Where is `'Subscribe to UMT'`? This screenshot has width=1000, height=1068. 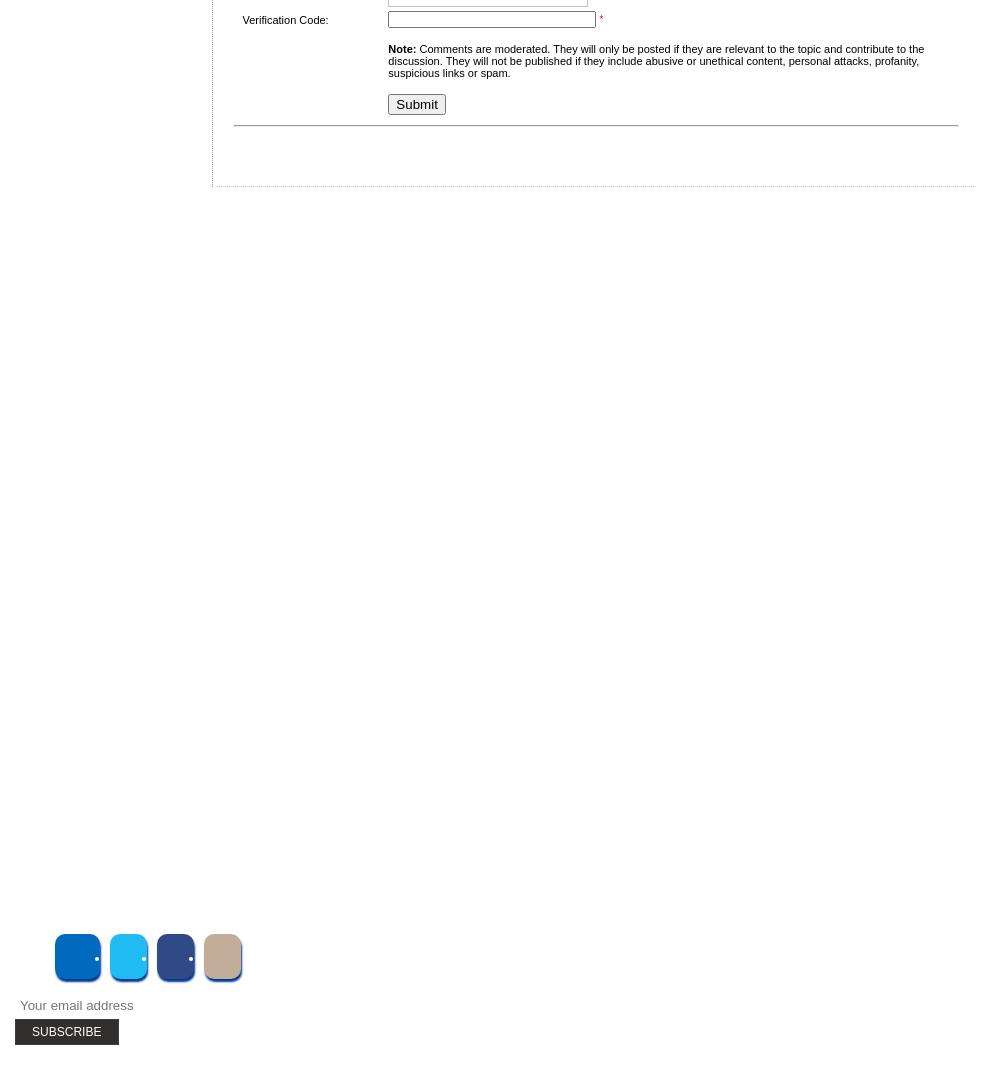 'Subscribe to UMT' is located at coordinates (298, 954).